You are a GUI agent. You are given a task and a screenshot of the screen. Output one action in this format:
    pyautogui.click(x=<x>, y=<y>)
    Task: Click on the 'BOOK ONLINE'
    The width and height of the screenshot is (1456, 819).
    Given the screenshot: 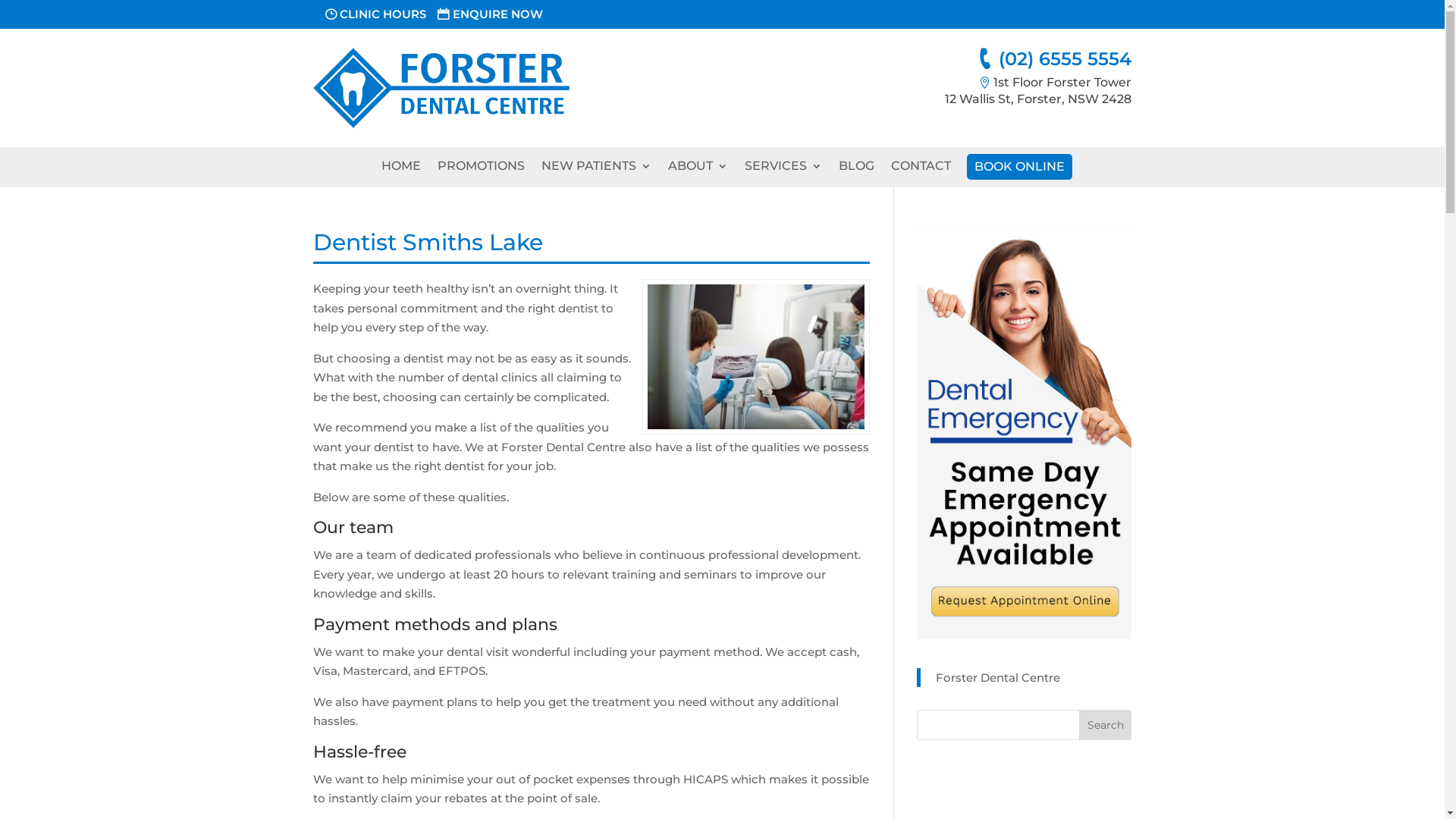 What is the action you would take?
    pyautogui.click(x=1018, y=169)
    